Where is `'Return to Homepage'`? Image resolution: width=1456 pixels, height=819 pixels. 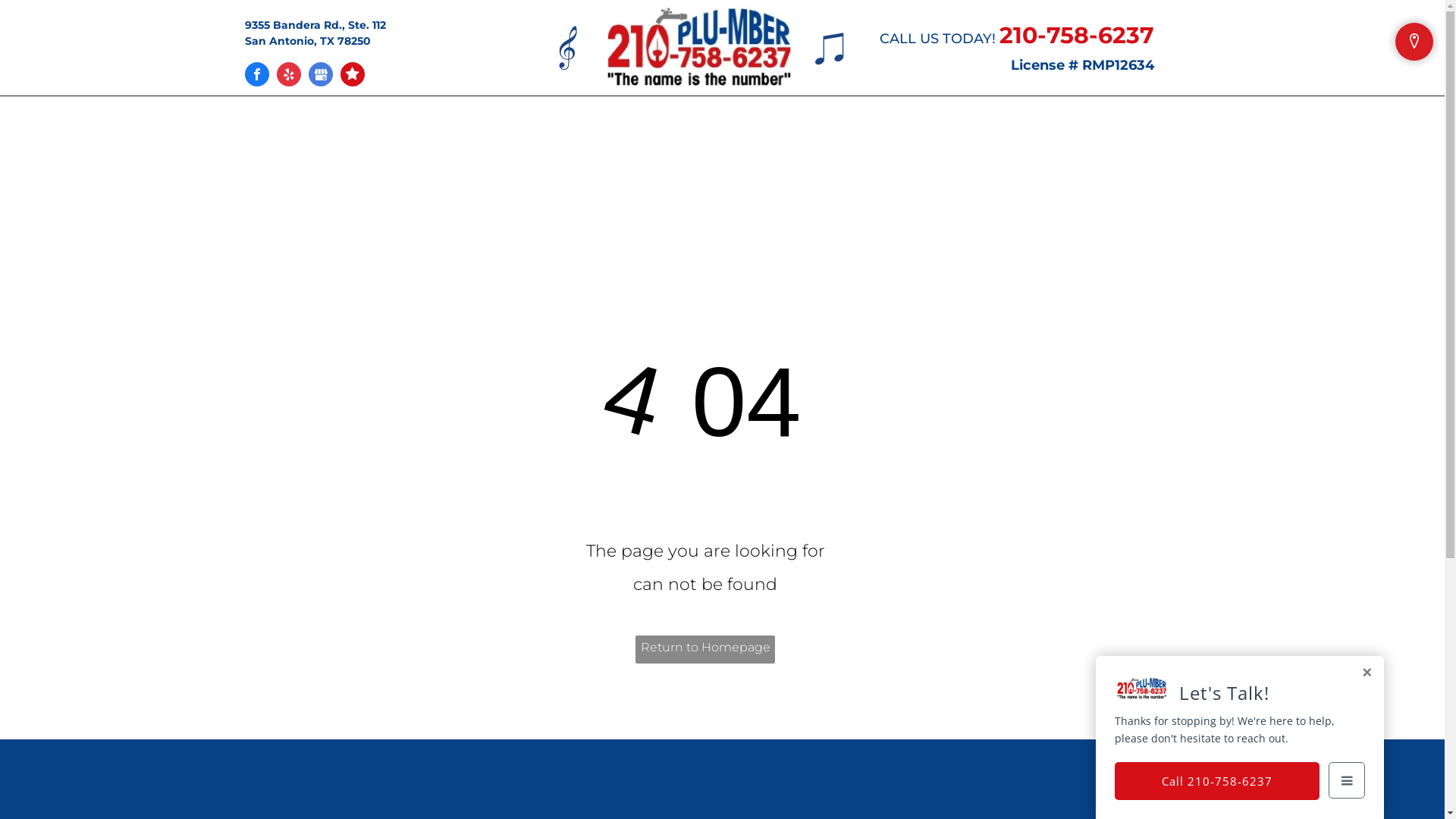 'Return to Homepage' is located at coordinates (704, 648).